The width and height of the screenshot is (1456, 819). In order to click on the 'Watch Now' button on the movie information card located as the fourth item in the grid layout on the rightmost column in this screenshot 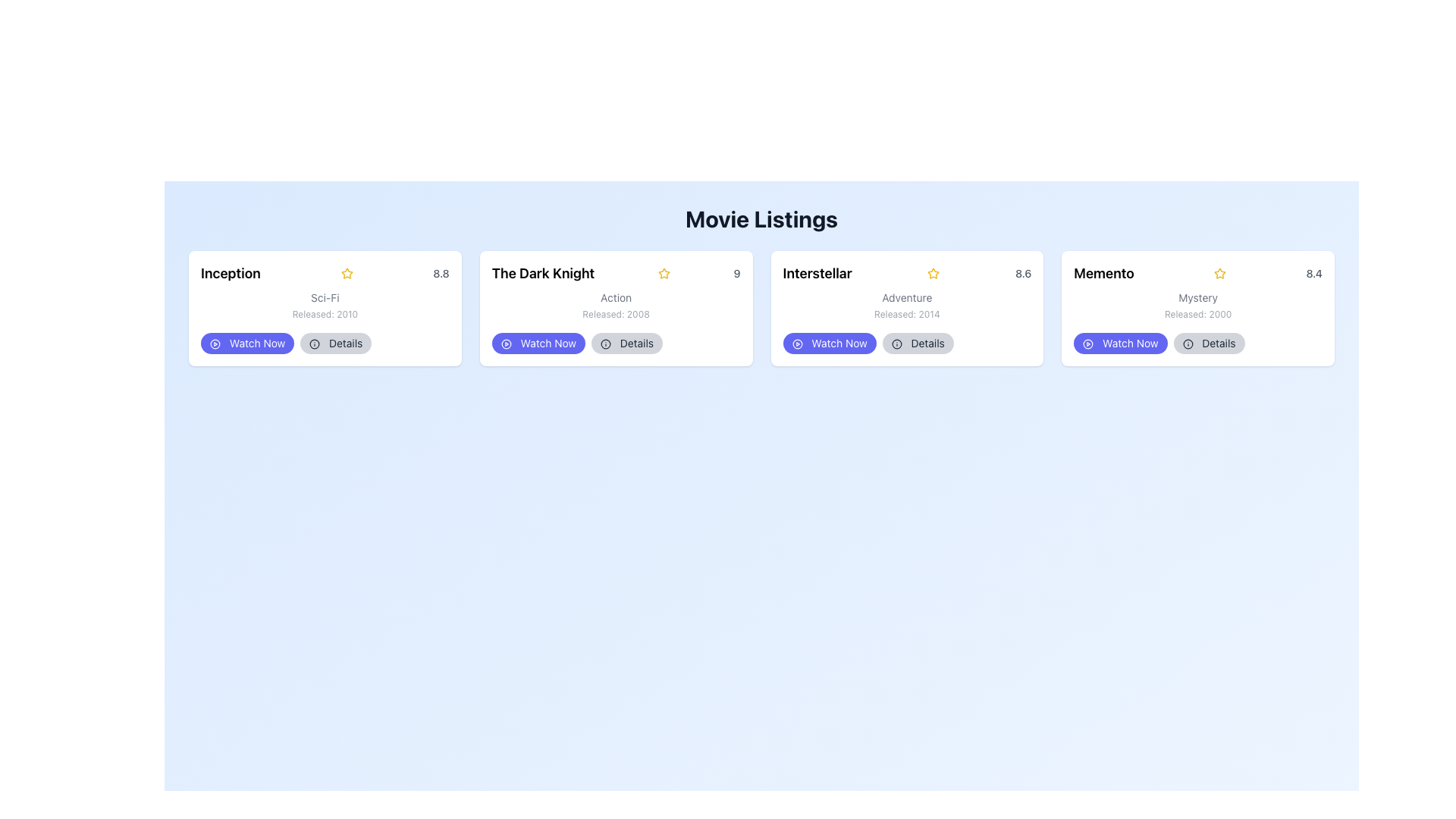, I will do `click(1197, 308)`.